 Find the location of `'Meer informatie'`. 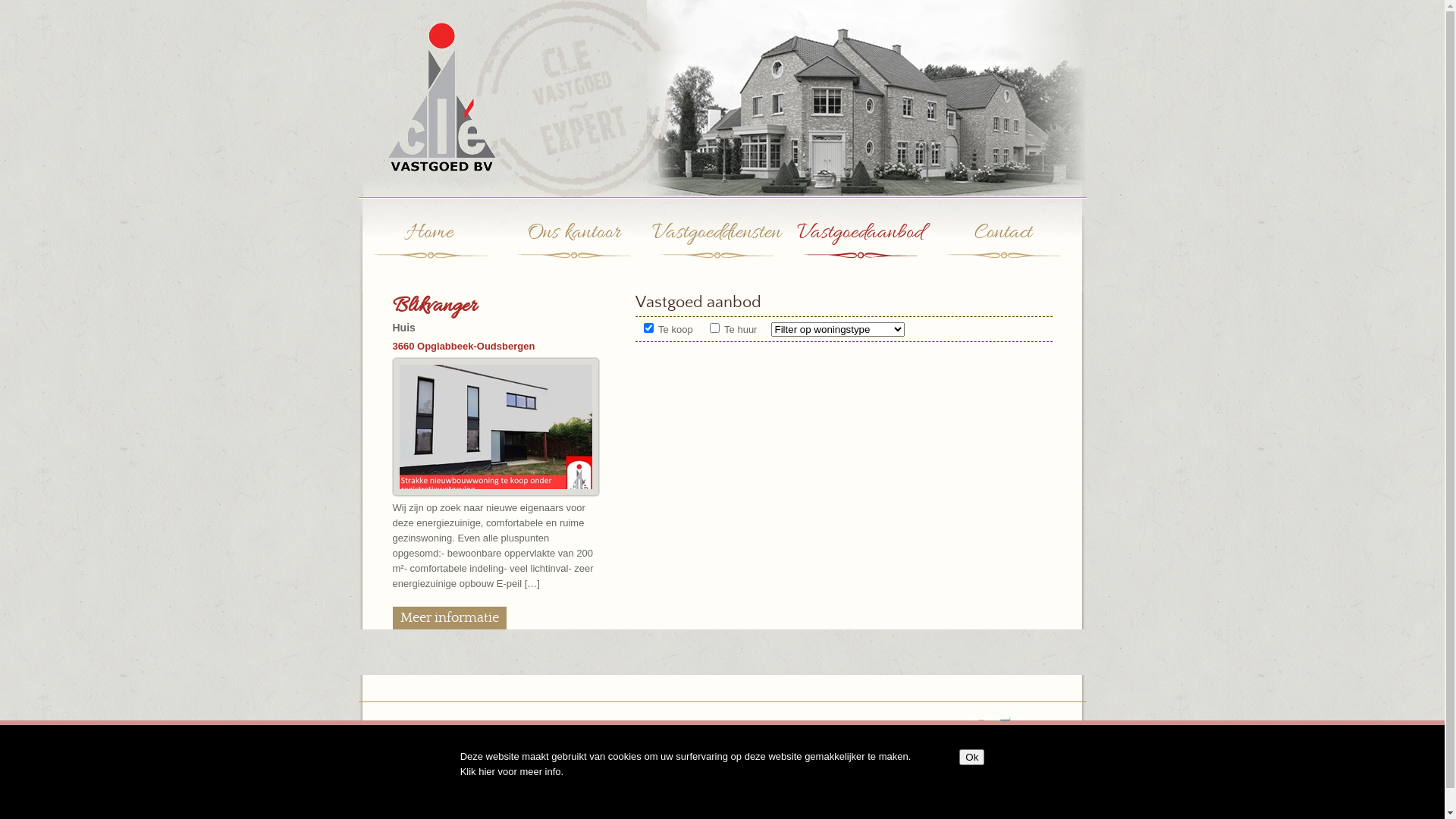

'Meer informatie' is located at coordinates (393, 617).